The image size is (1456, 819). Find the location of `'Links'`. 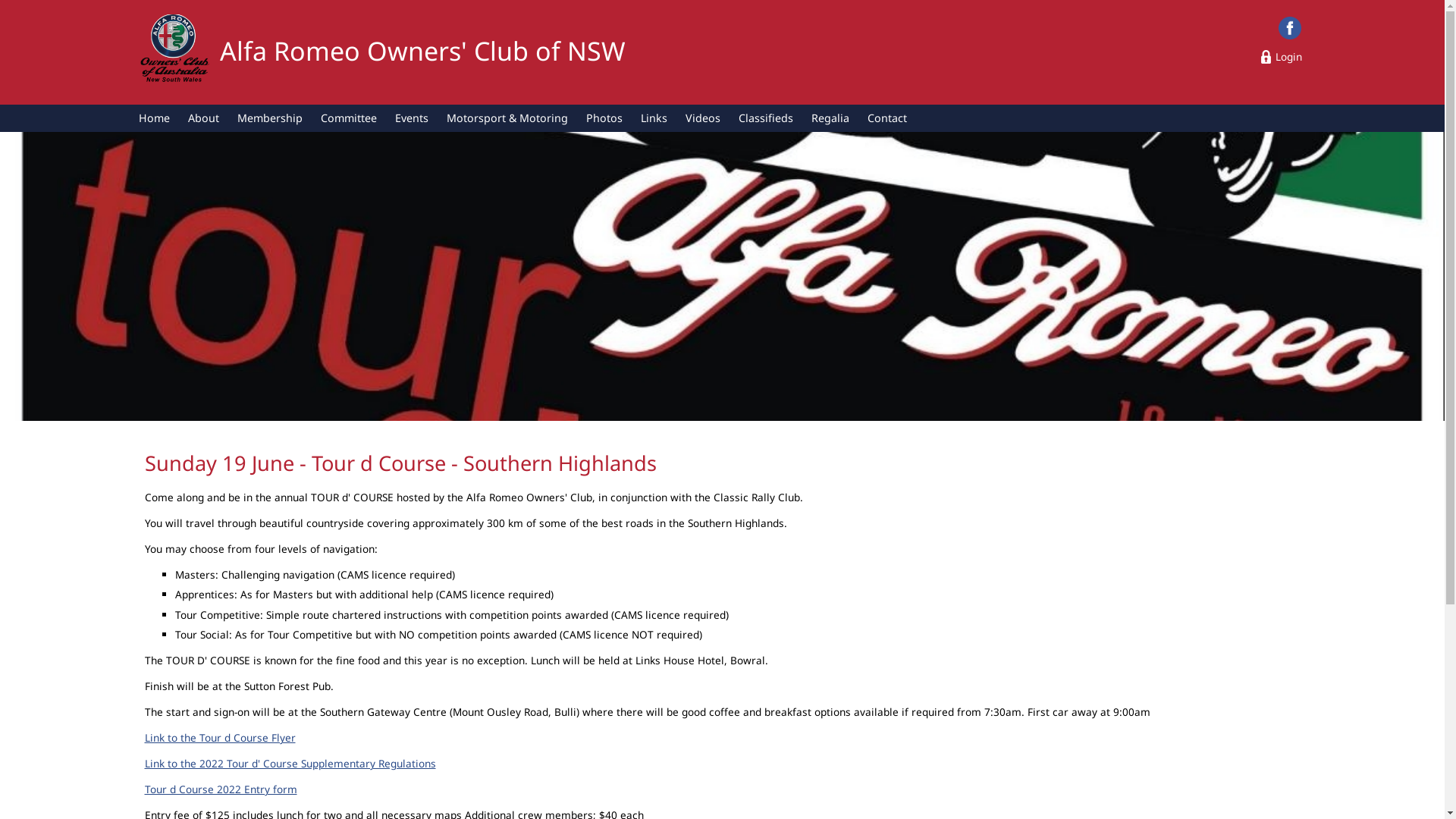

'Links' is located at coordinates (654, 117).